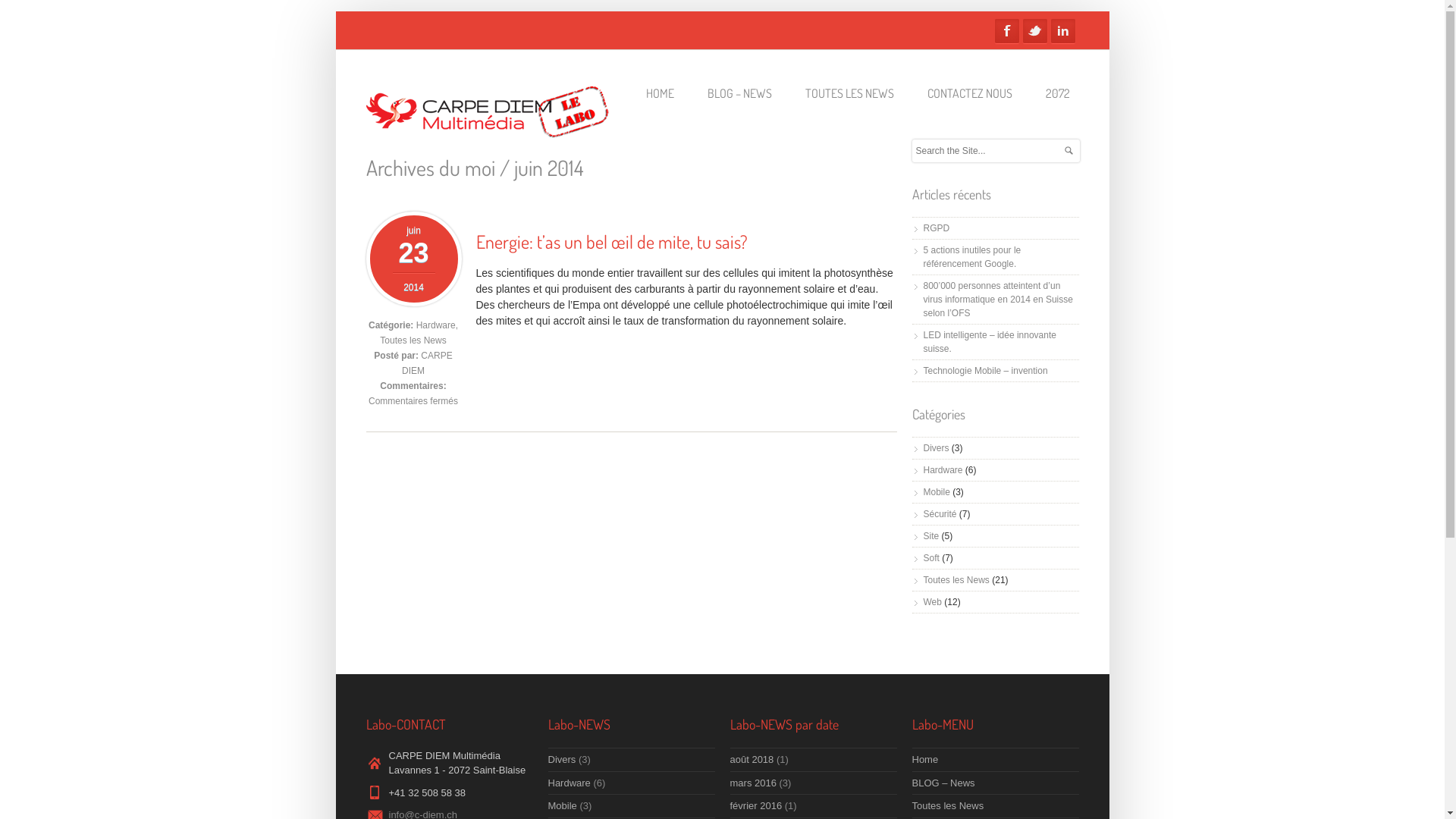 The width and height of the screenshot is (1456, 819). What do you see at coordinates (560, 759) in the screenshot?
I see `'Divers'` at bounding box center [560, 759].